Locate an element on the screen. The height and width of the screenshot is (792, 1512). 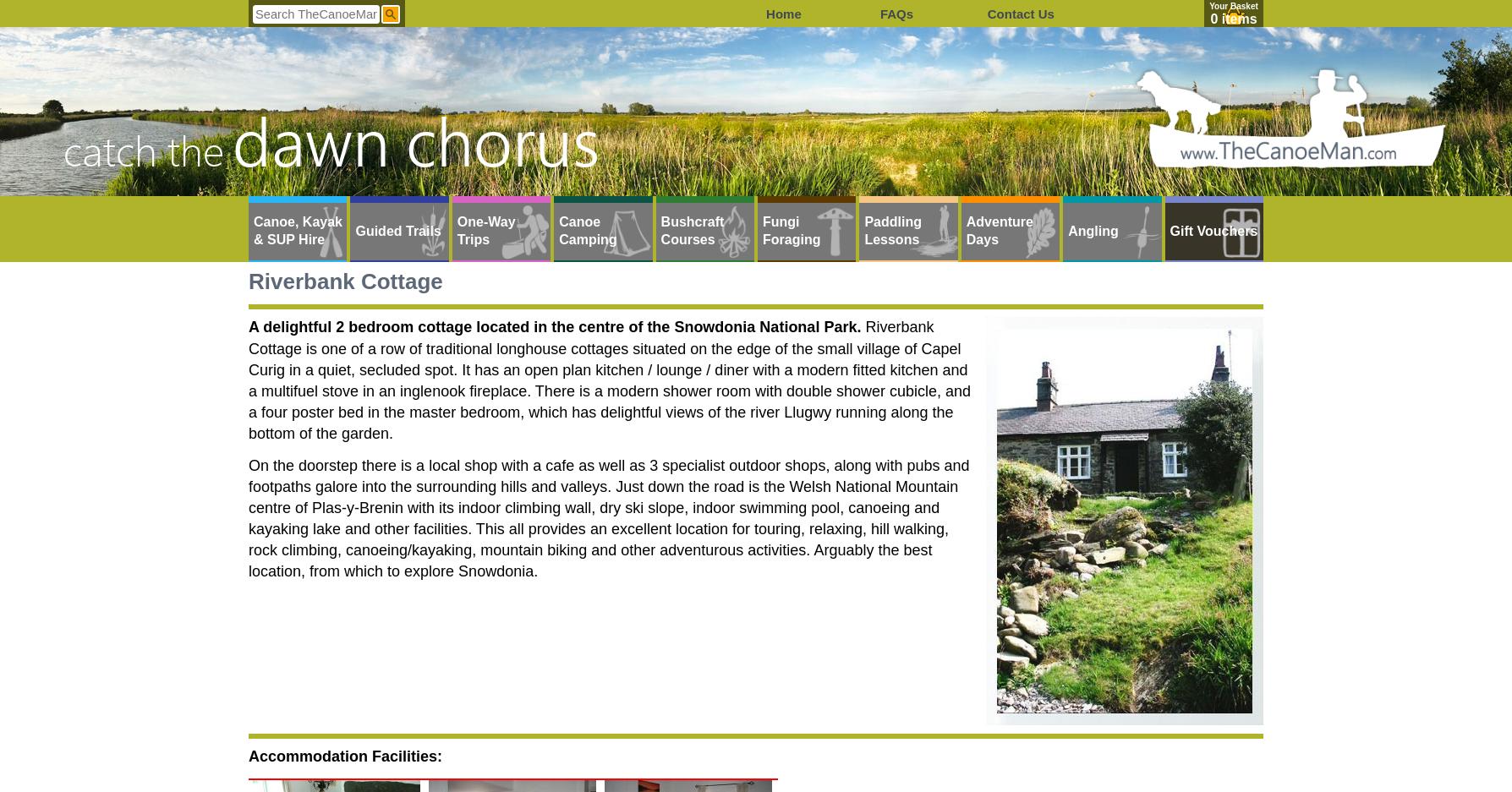
'Accommodation Facilities:' is located at coordinates (344, 756).